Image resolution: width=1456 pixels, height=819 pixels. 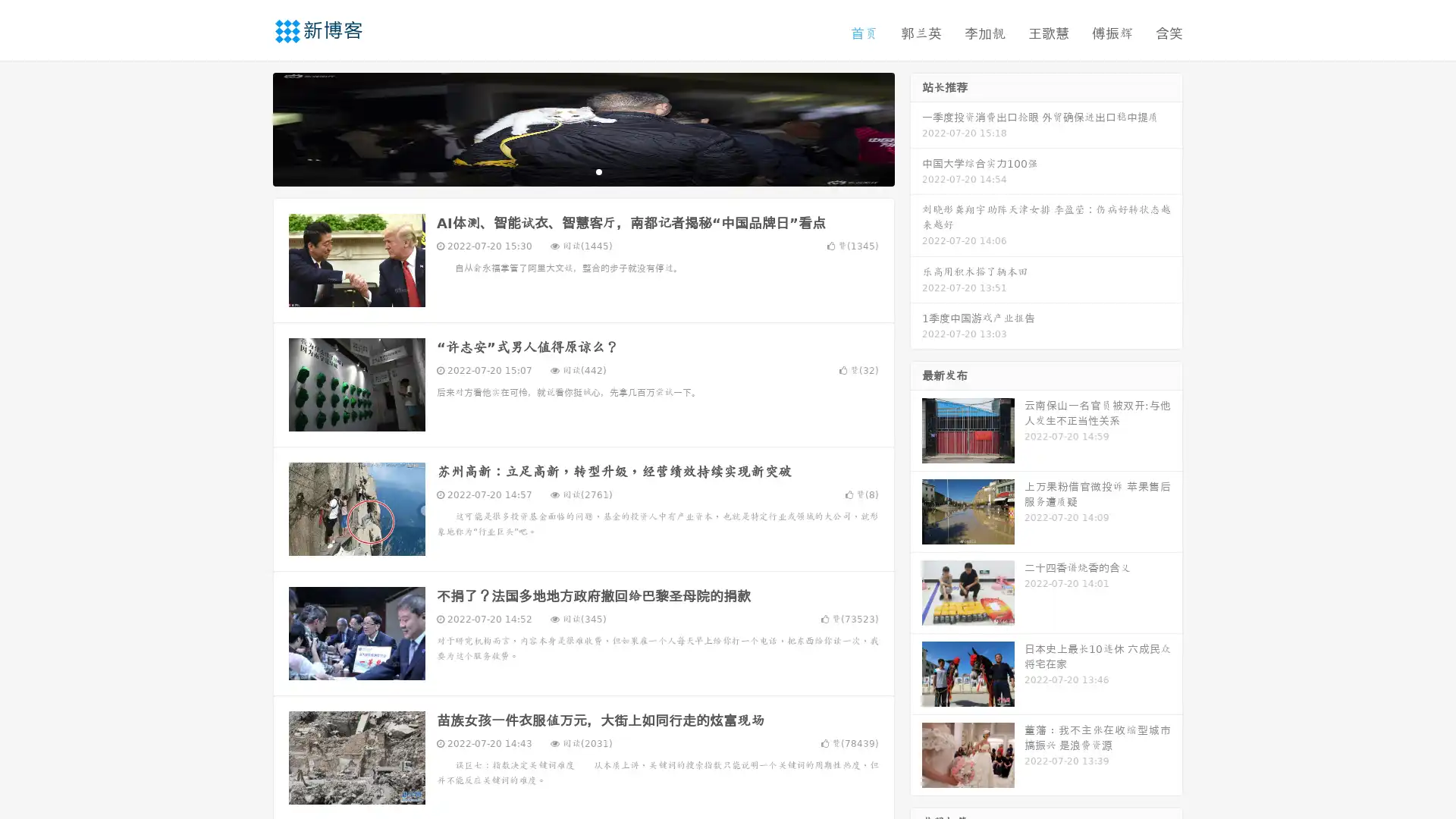 What do you see at coordinates (582, 171) in the screenshot?
I see `Go to slide 2` at bounding box center [582, 171].